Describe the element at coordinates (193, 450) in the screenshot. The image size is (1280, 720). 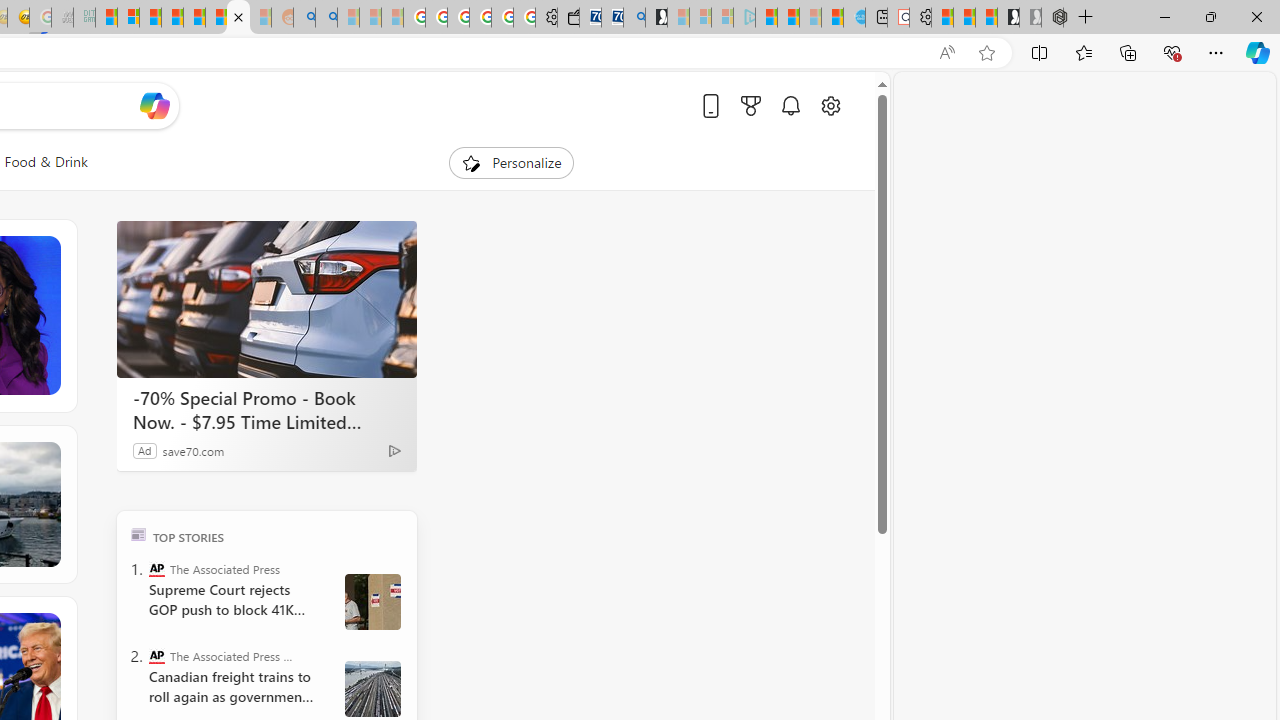
I see `'save70.com'` at that location.